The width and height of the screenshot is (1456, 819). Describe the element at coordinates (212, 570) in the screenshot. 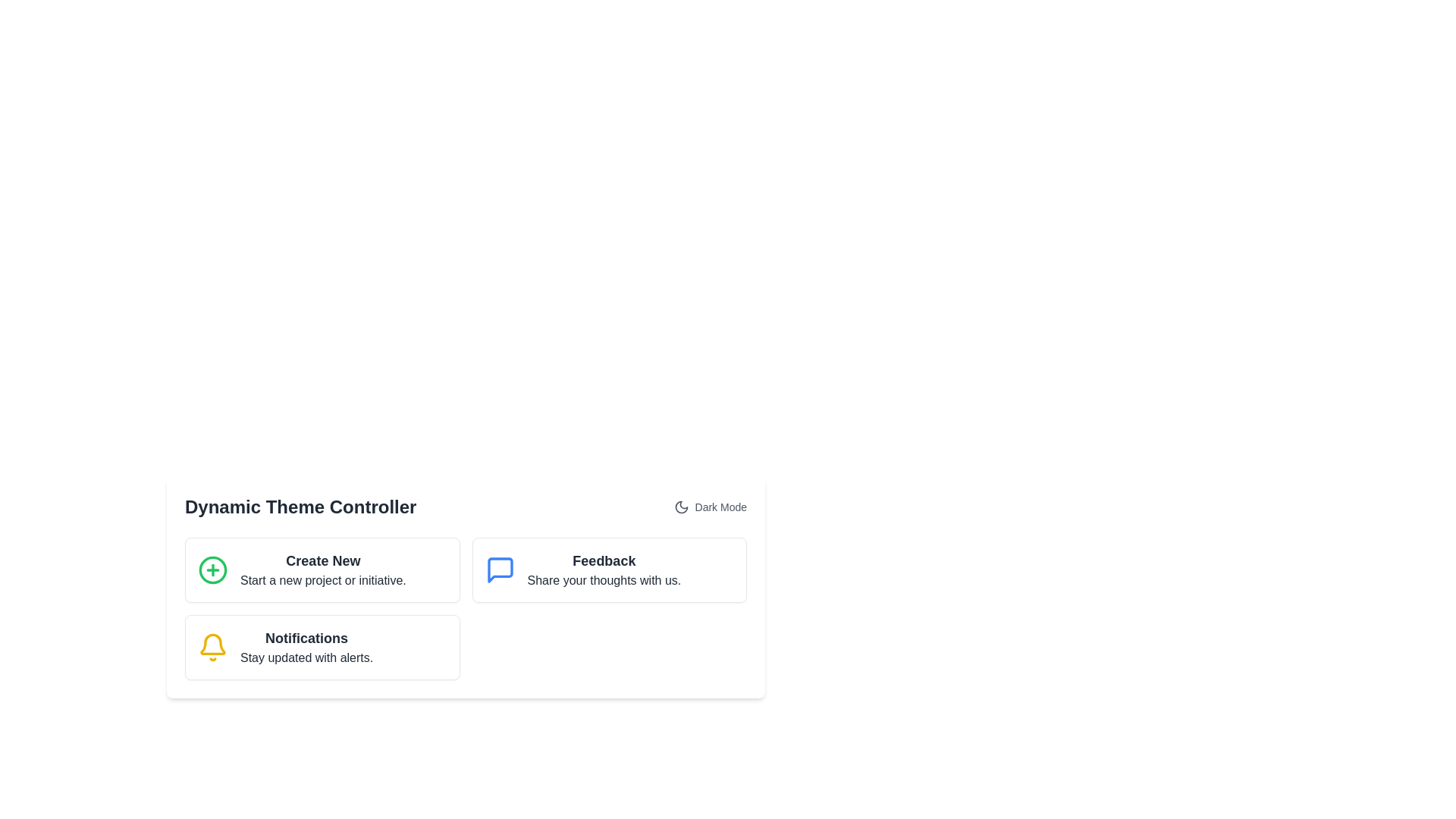

I see `the circular outline icon that indicates an add or create action, located to the left of the 'Create New' text` at that location.